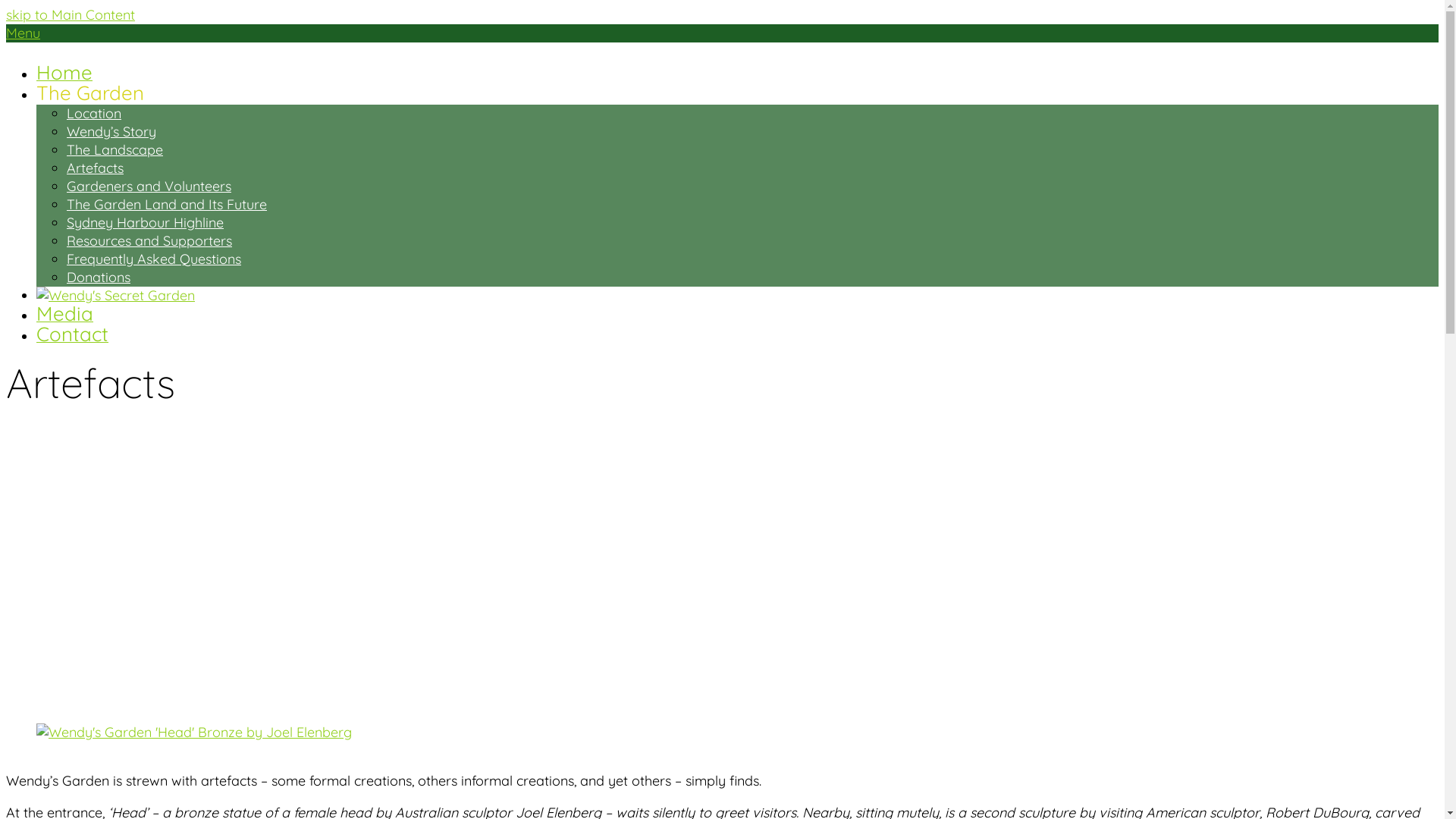  What do you see at coordinates (94, 168) in the screenshot?
I see `'Artefacts'` at bounding box center [94, 168].